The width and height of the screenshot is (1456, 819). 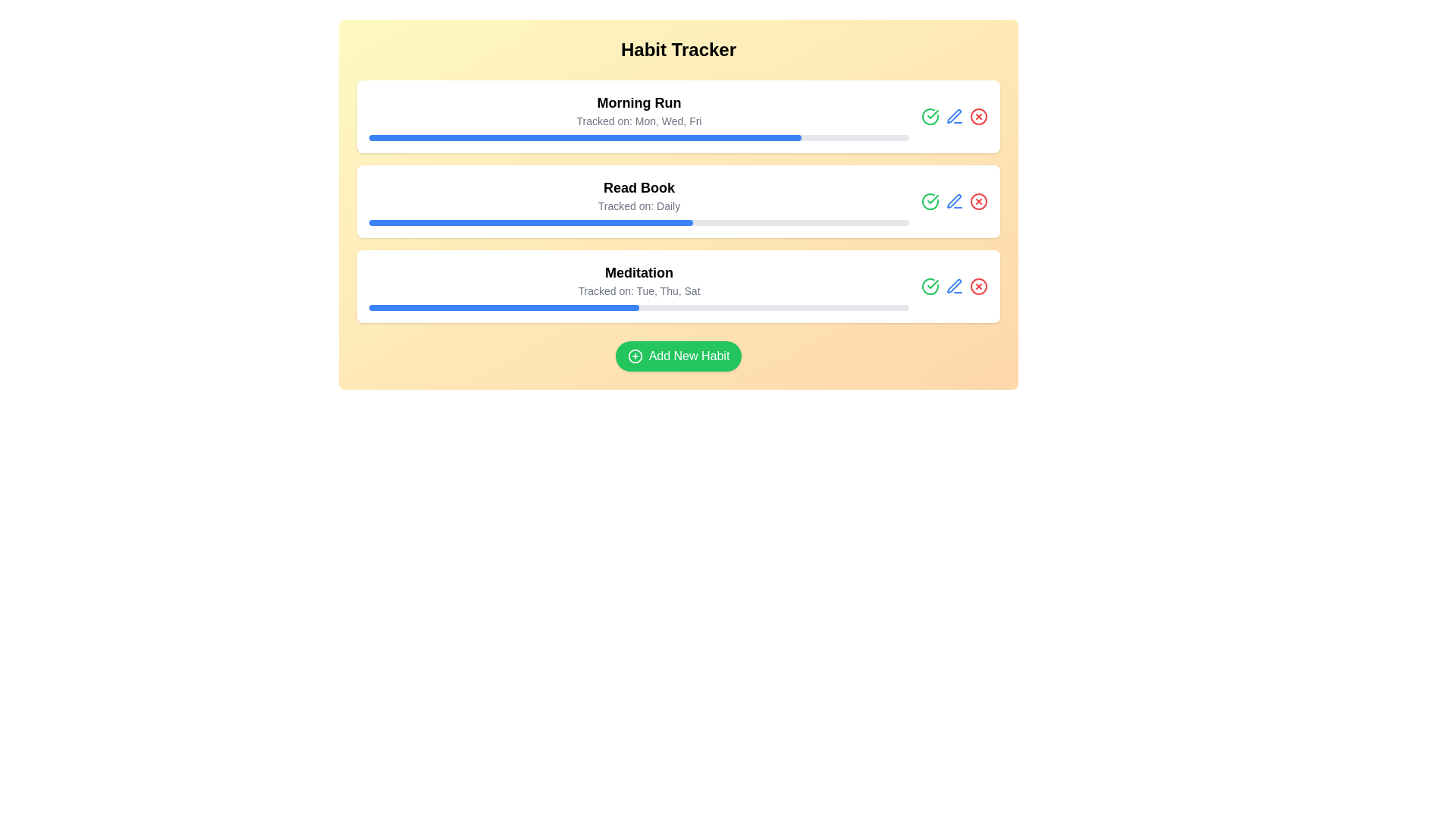 What do you see at coordinates (639, 187) in the screenshot?
I see `the static text label displaying 'Read Book', which is bold and large, prominently positioned in the middle of the interface, above the text 'Tracked on: Daily'` at bounding box center [639, 187].